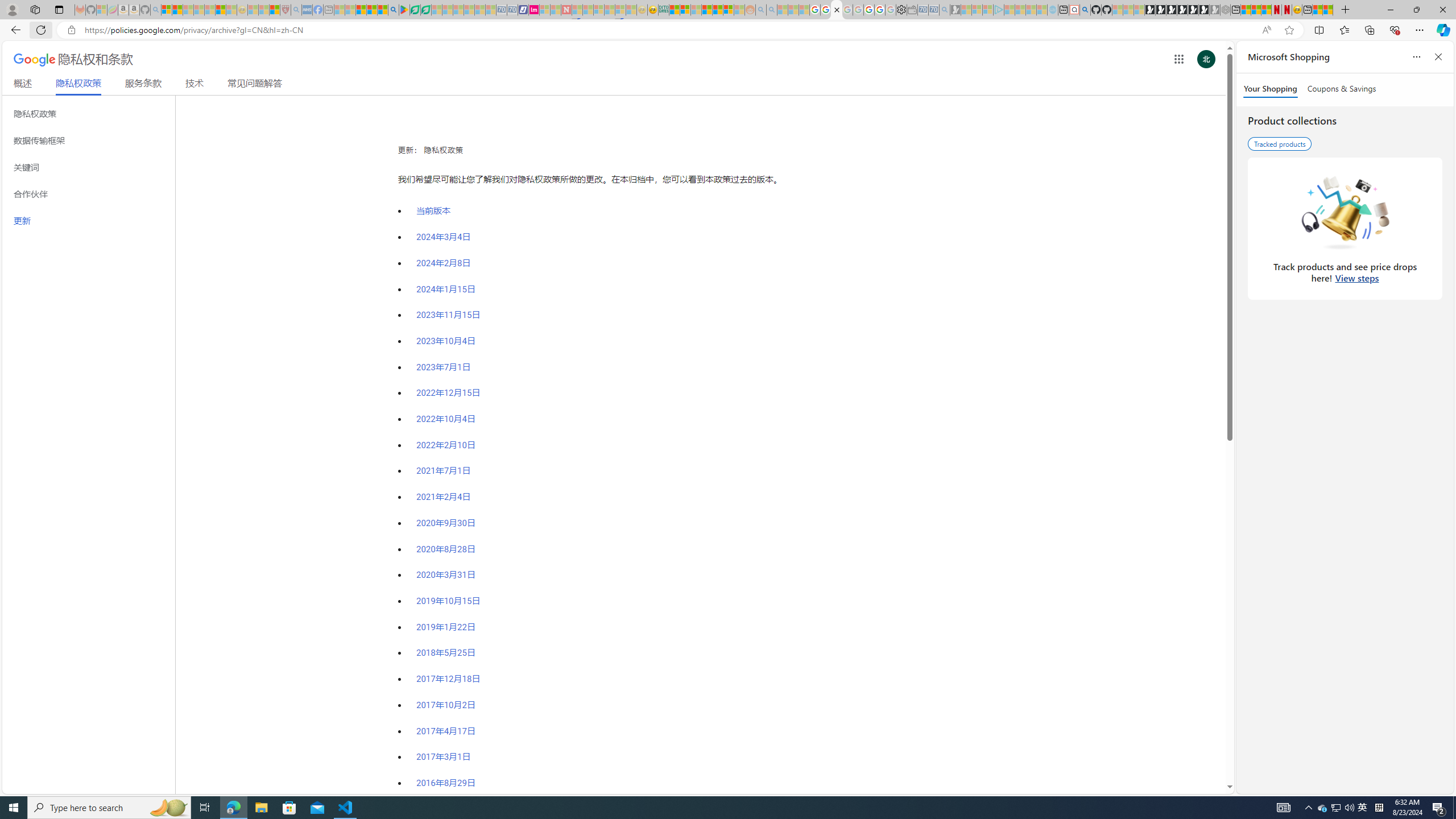 The image size is (1456, 819). I want to click on 'Bluey: Let', so click(404, 9).